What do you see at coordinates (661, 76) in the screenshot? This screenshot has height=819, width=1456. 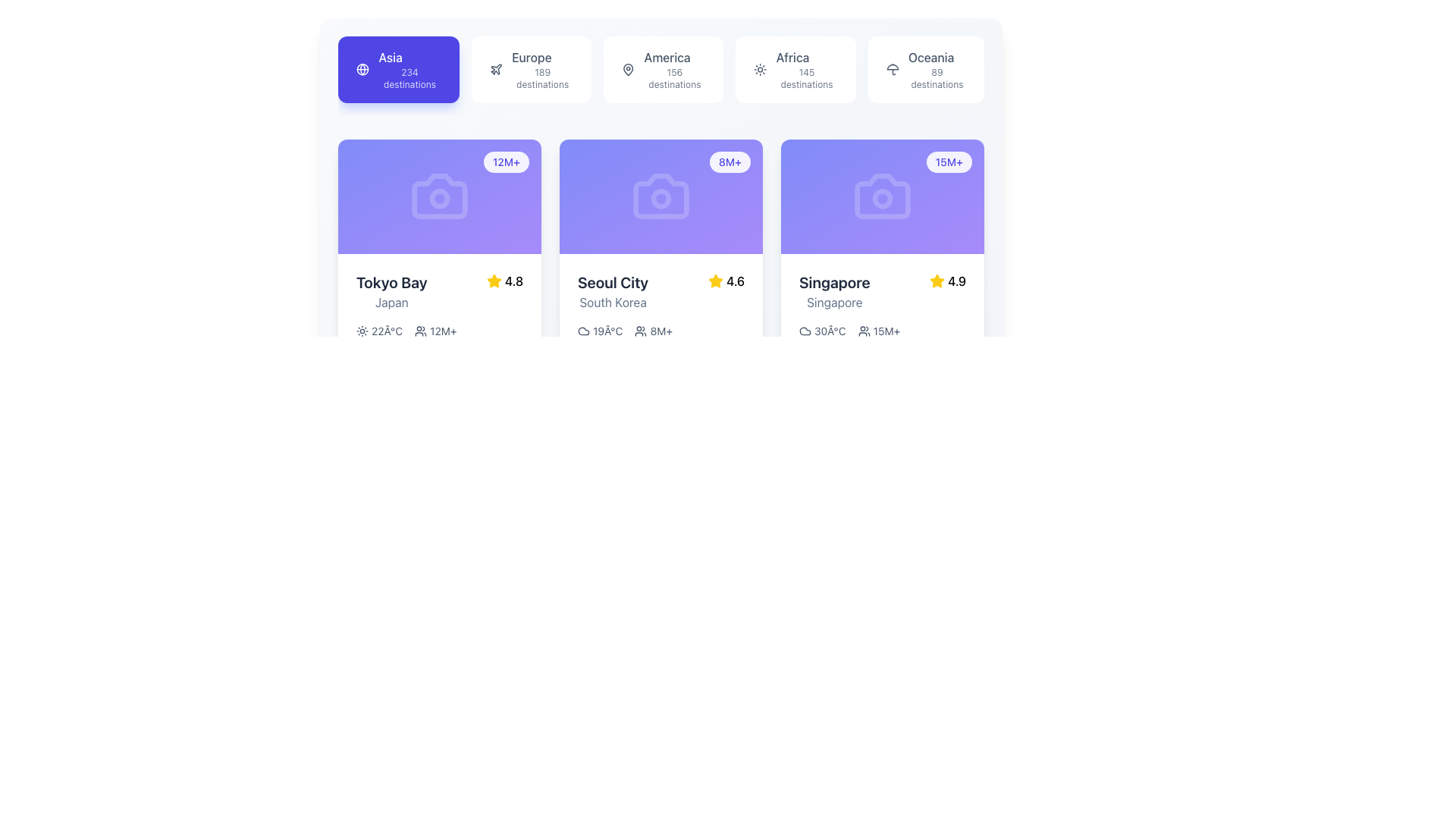 I see `the button labeled 'America' with a pin icon and '156 destinations' text` at bounding box center [661, 76].